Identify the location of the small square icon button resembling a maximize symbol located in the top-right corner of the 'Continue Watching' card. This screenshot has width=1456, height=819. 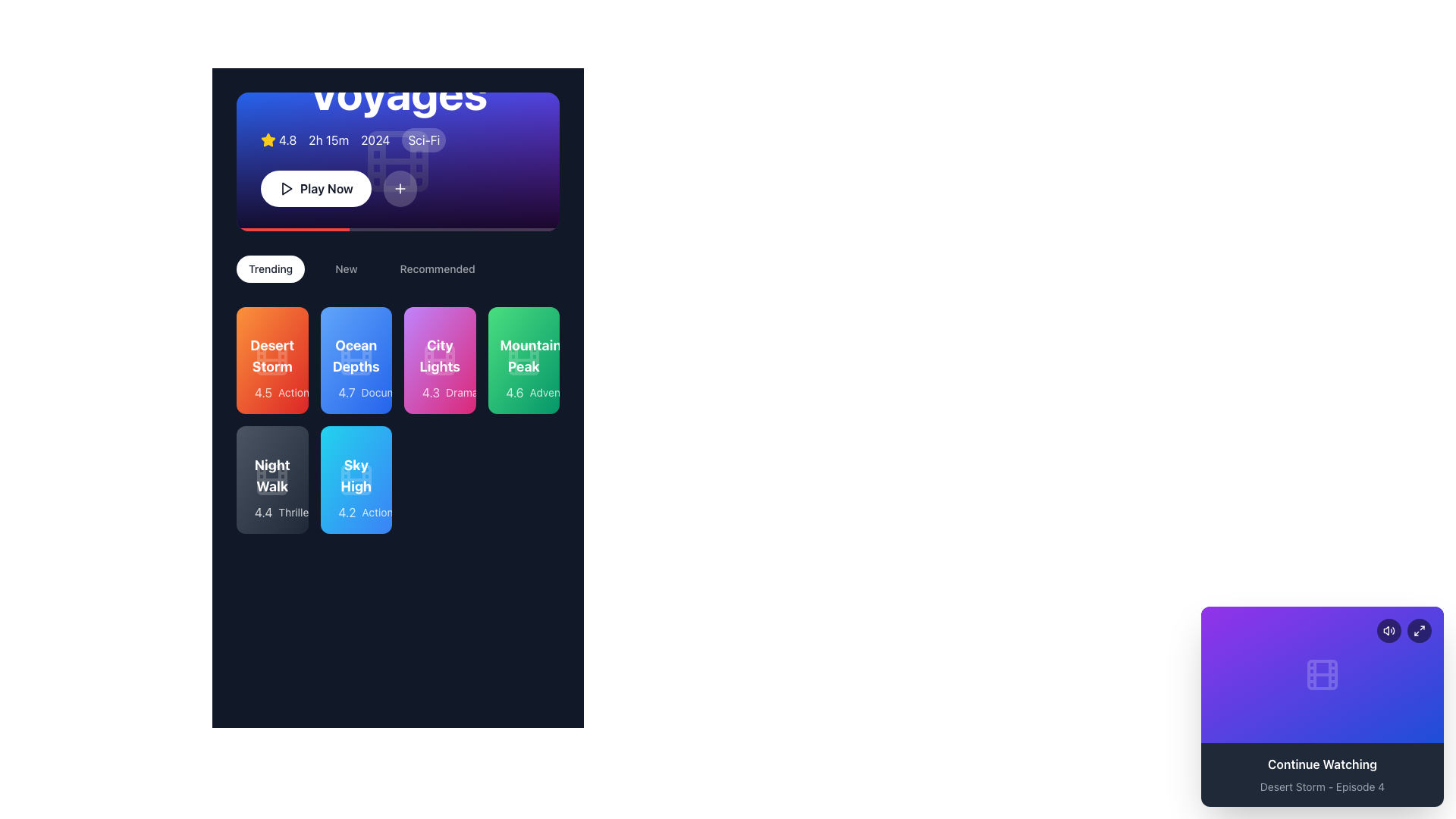
(1419, 631).